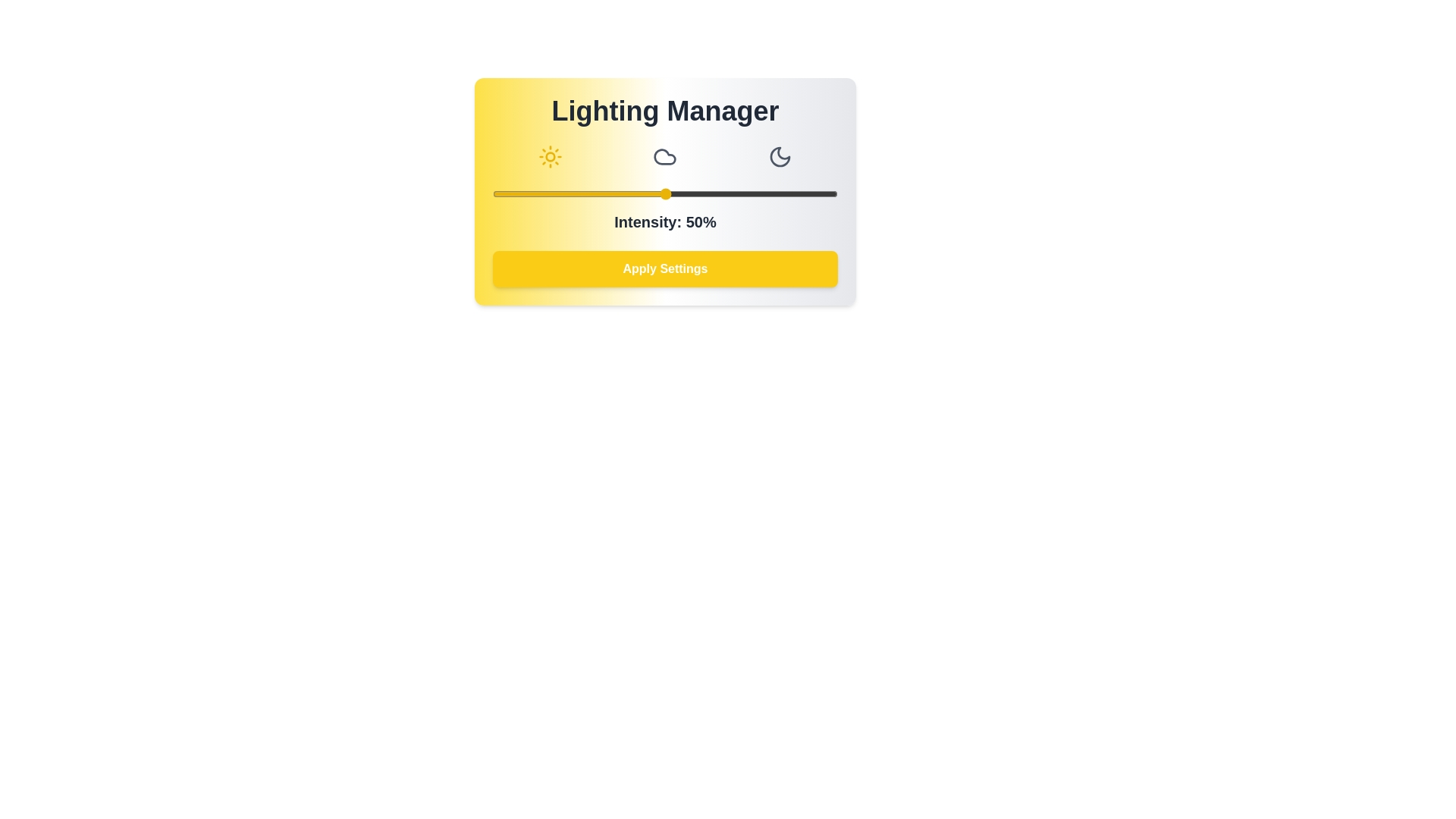 This screenshot has height=819, width=1456. I want to click on the light intensity slider to 6%, so click(513, 193).